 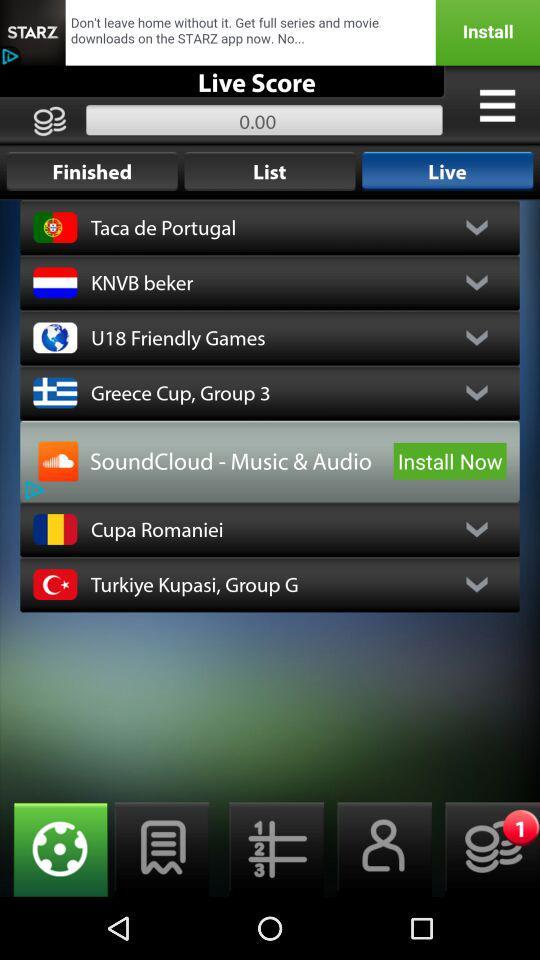 What do you see at coordinates (270, 909) in the screenshot?
I see `the list icon` at bounding box center [270, 909].